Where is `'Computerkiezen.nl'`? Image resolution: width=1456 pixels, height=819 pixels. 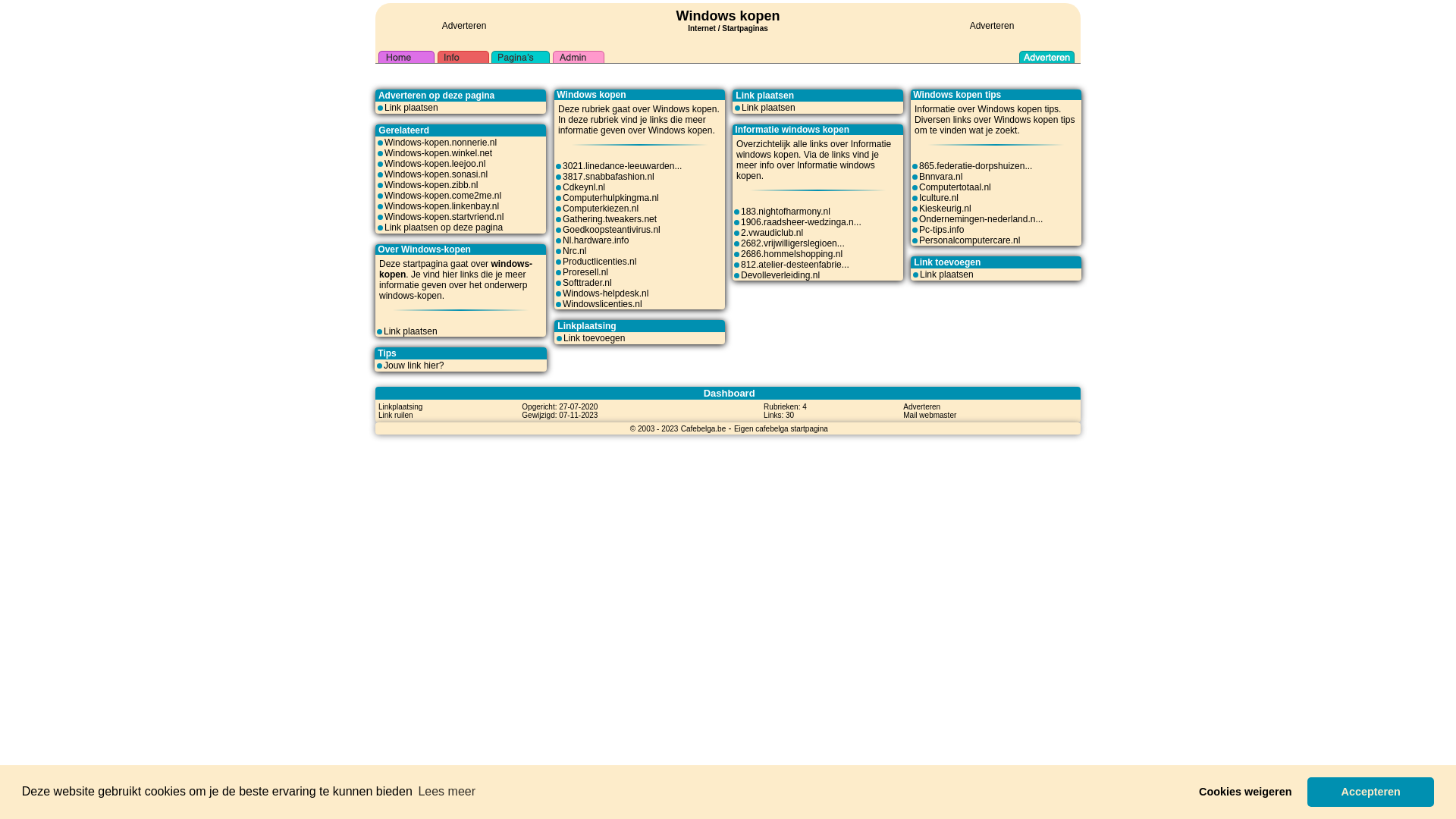 'Computerkiezen.nl' is located at coordinates (600, 208).